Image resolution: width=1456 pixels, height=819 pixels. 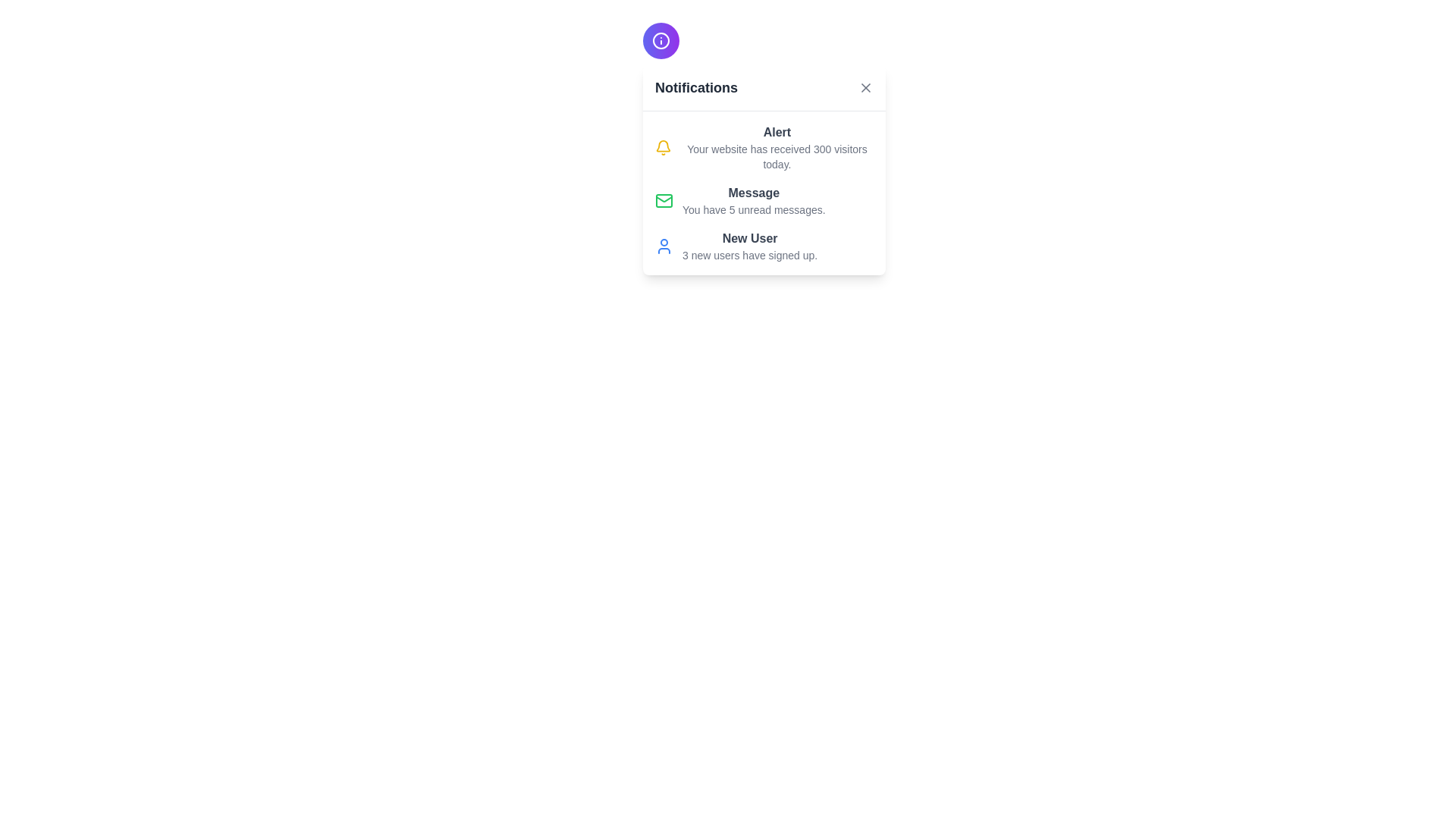 I want to click on text content of the Notification item that informs the user about their unread messages count, which is the second item in the notification card list, so click(x=764, y=200).